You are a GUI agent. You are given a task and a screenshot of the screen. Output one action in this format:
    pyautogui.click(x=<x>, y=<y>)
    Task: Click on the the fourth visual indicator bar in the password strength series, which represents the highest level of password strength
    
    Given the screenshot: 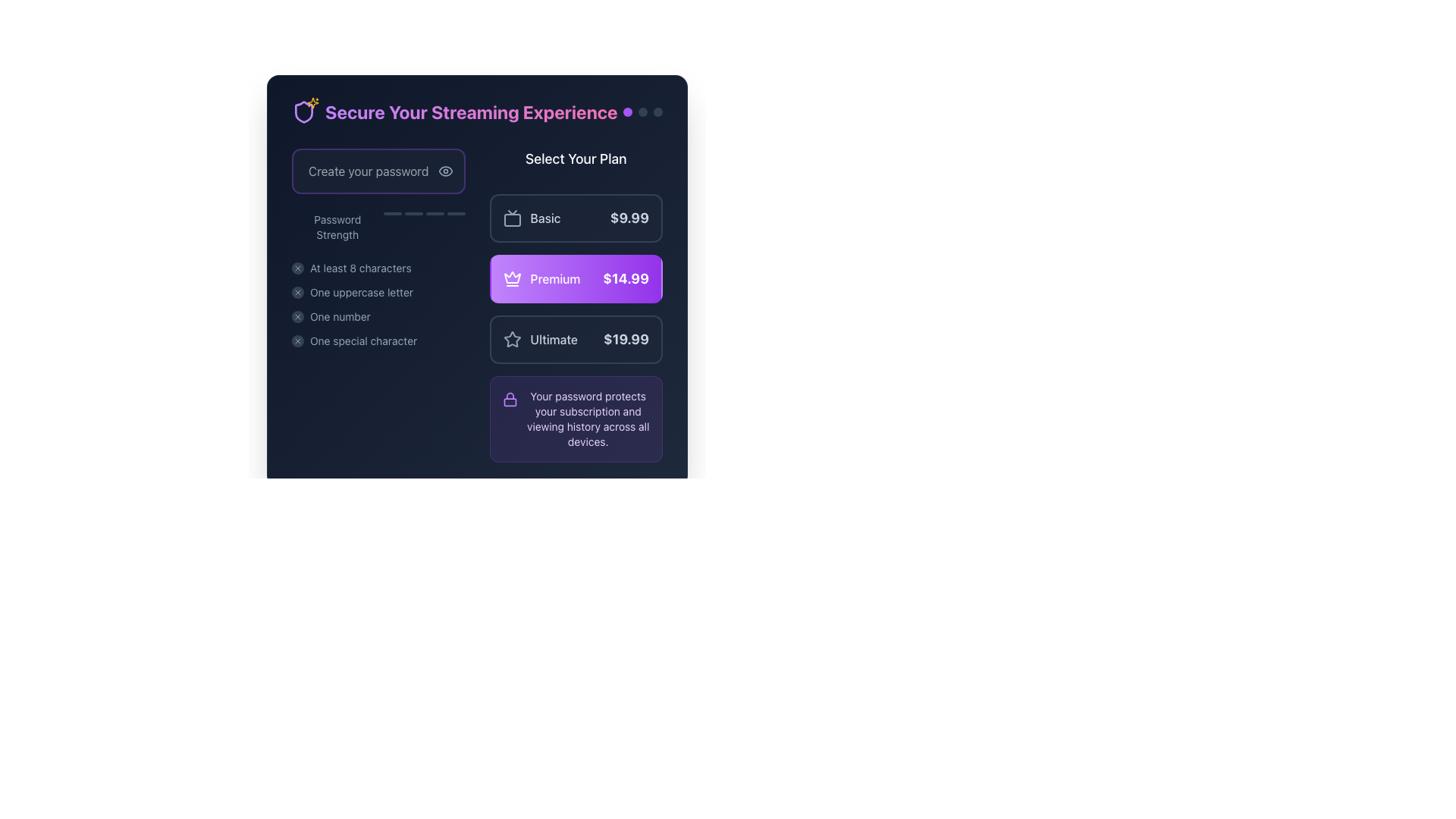 What is the action you would take?
    pyautogui.click(x=455, y=213)
    